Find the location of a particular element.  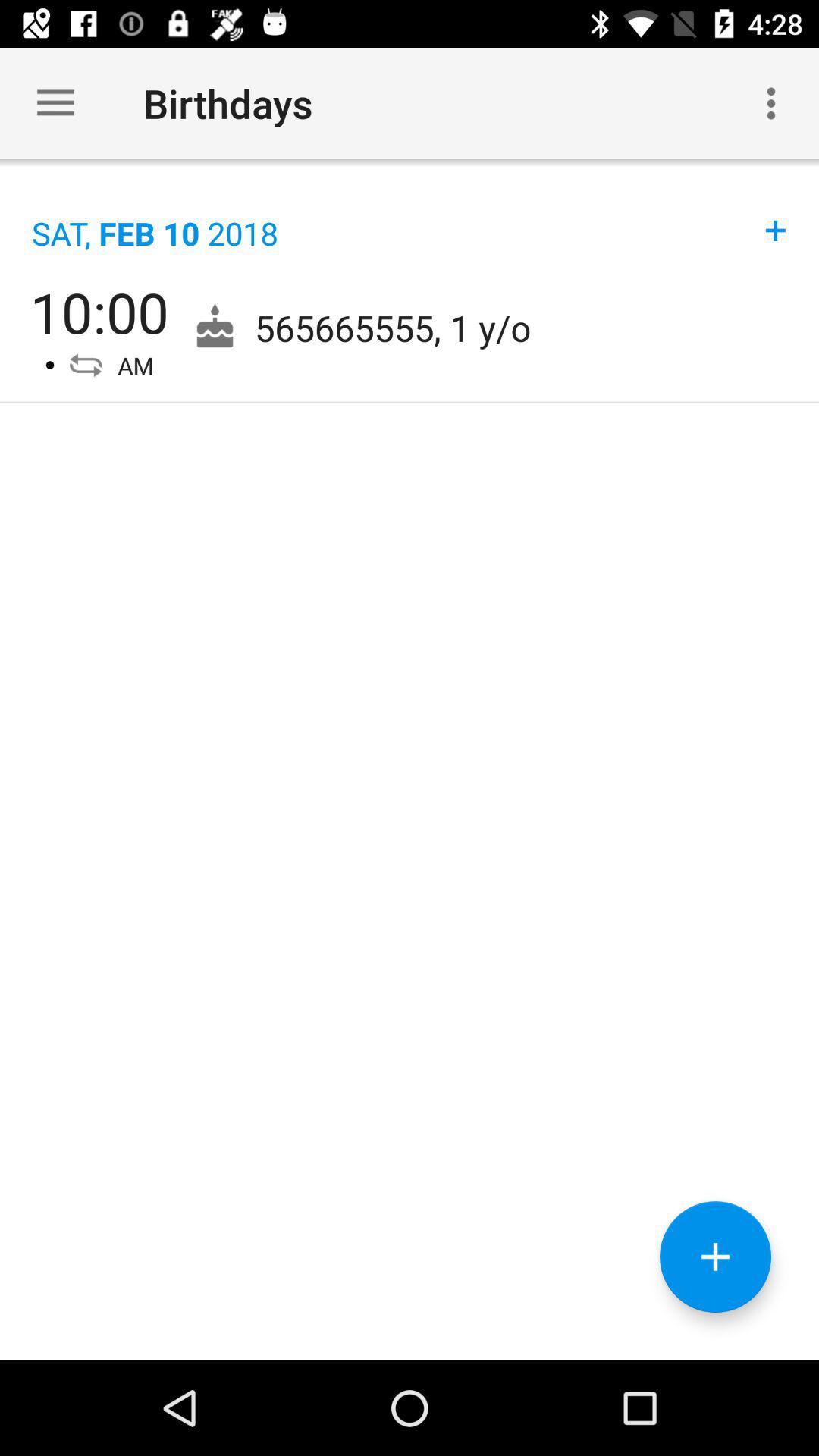

the icon next to birthdays icon is located at coordinates (55, 102).